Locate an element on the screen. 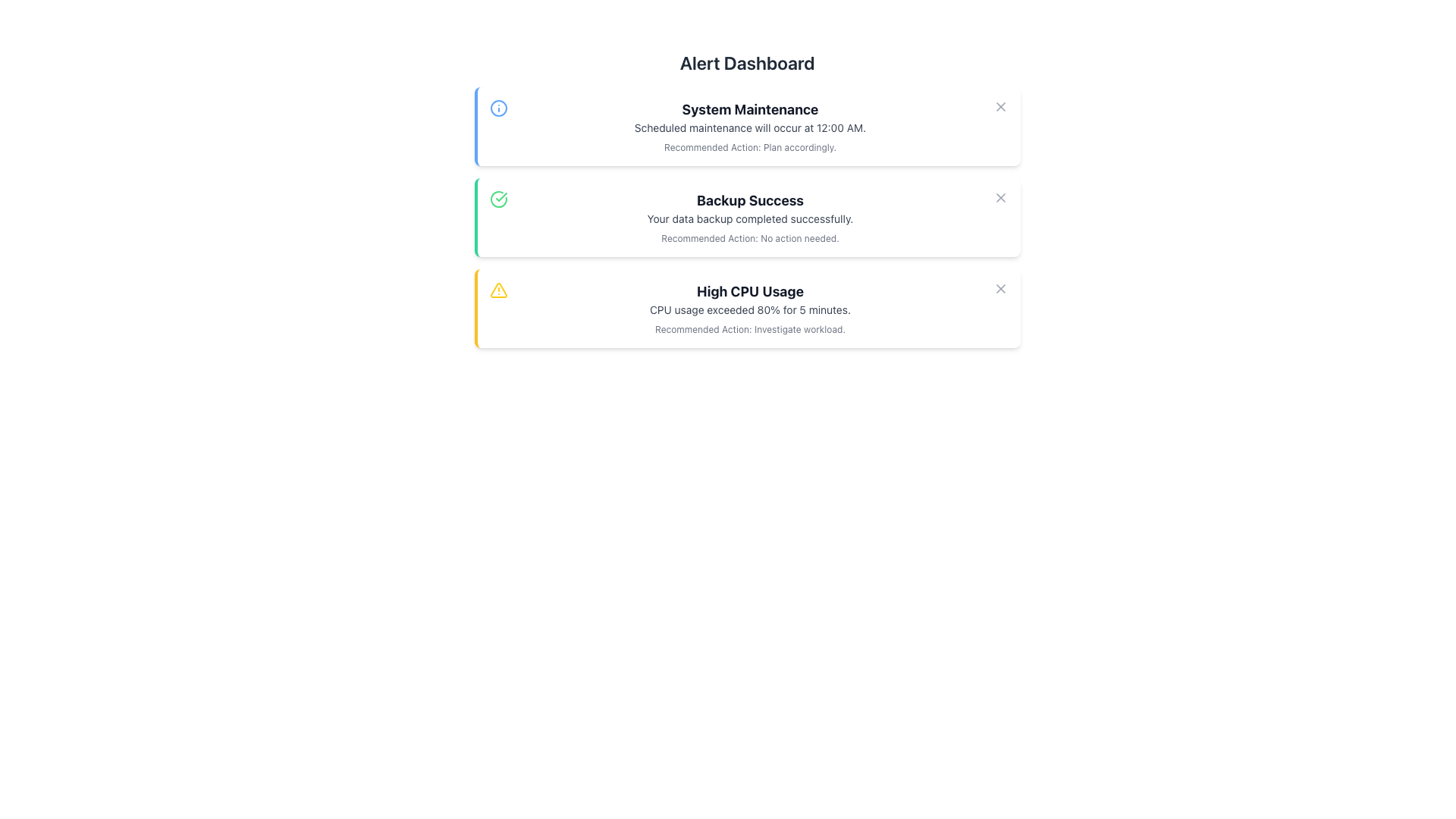 This screenshot has height=819, width=1456. the information icon located at the top left corner of the 'System Maintenance' notification card to understand the nature of the notification is located at coordinates (498, 107).